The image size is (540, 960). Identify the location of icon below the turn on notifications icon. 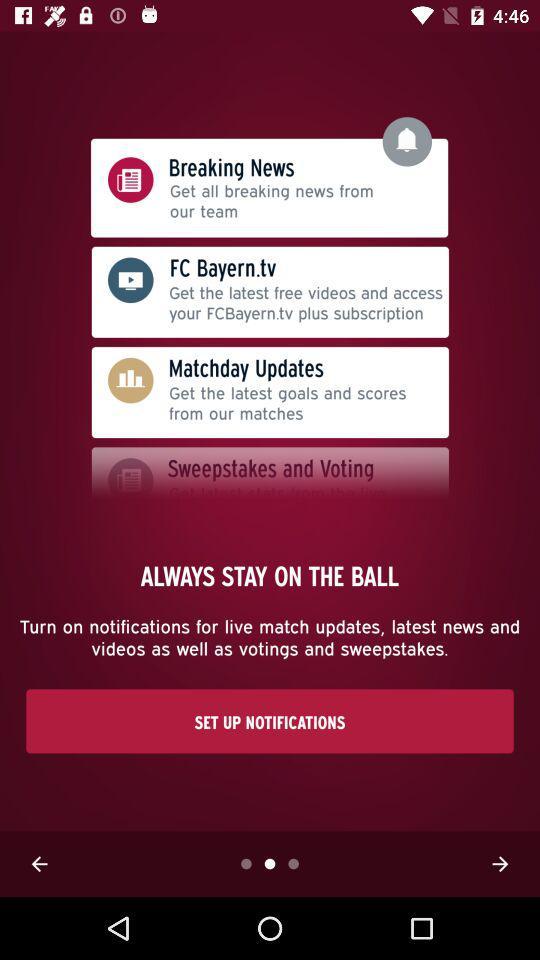
(270, 720).